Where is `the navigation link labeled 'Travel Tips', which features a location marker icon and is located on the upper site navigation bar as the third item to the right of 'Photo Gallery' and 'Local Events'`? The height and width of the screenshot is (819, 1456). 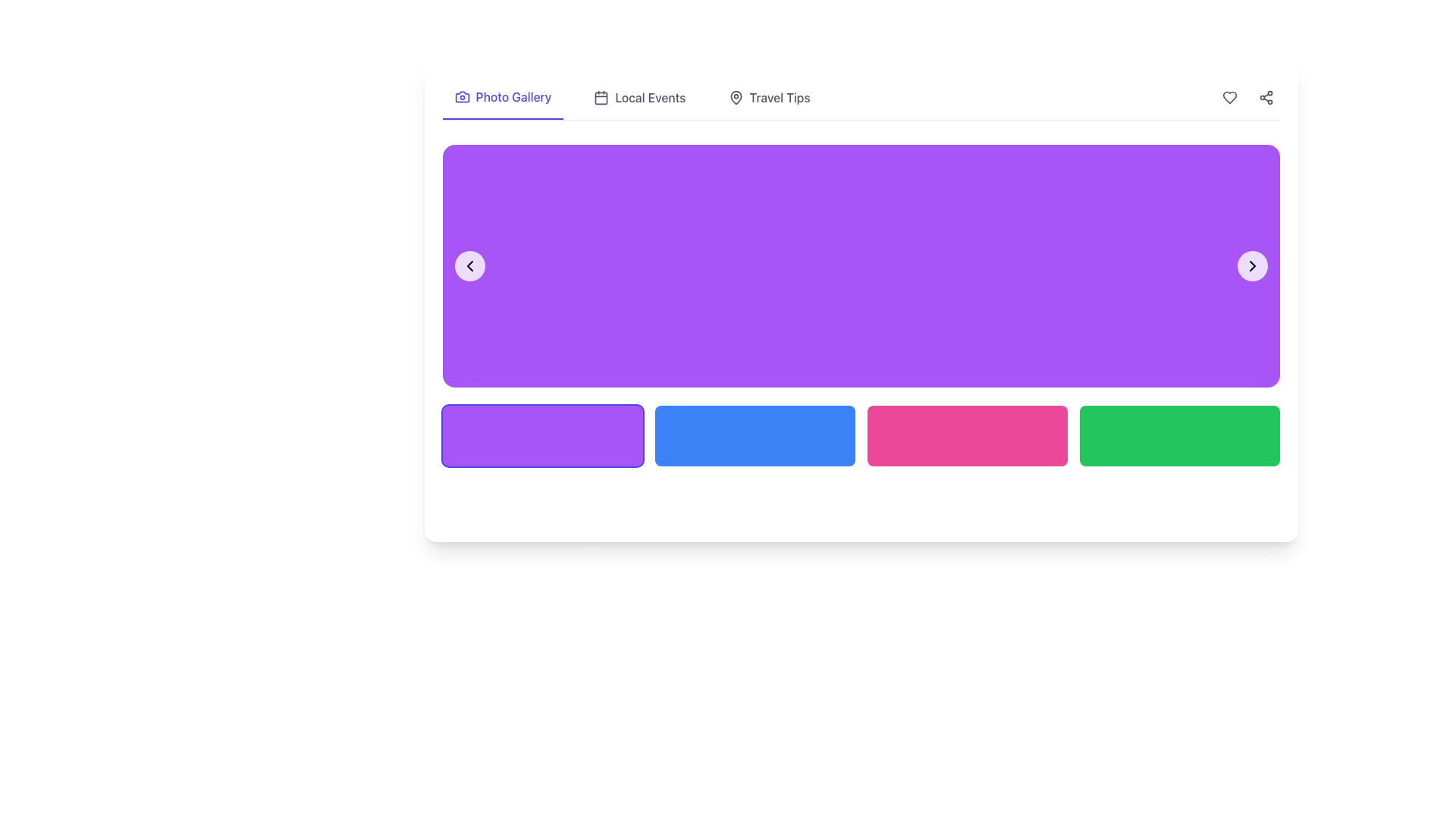 the navigation link labeled 'Travel Tips', which features a location marker icon and is located on the upper site navigation bar as the third item to the right of 'Photo Gallery' and 'Local Events' is located at coordinates (769, 97).